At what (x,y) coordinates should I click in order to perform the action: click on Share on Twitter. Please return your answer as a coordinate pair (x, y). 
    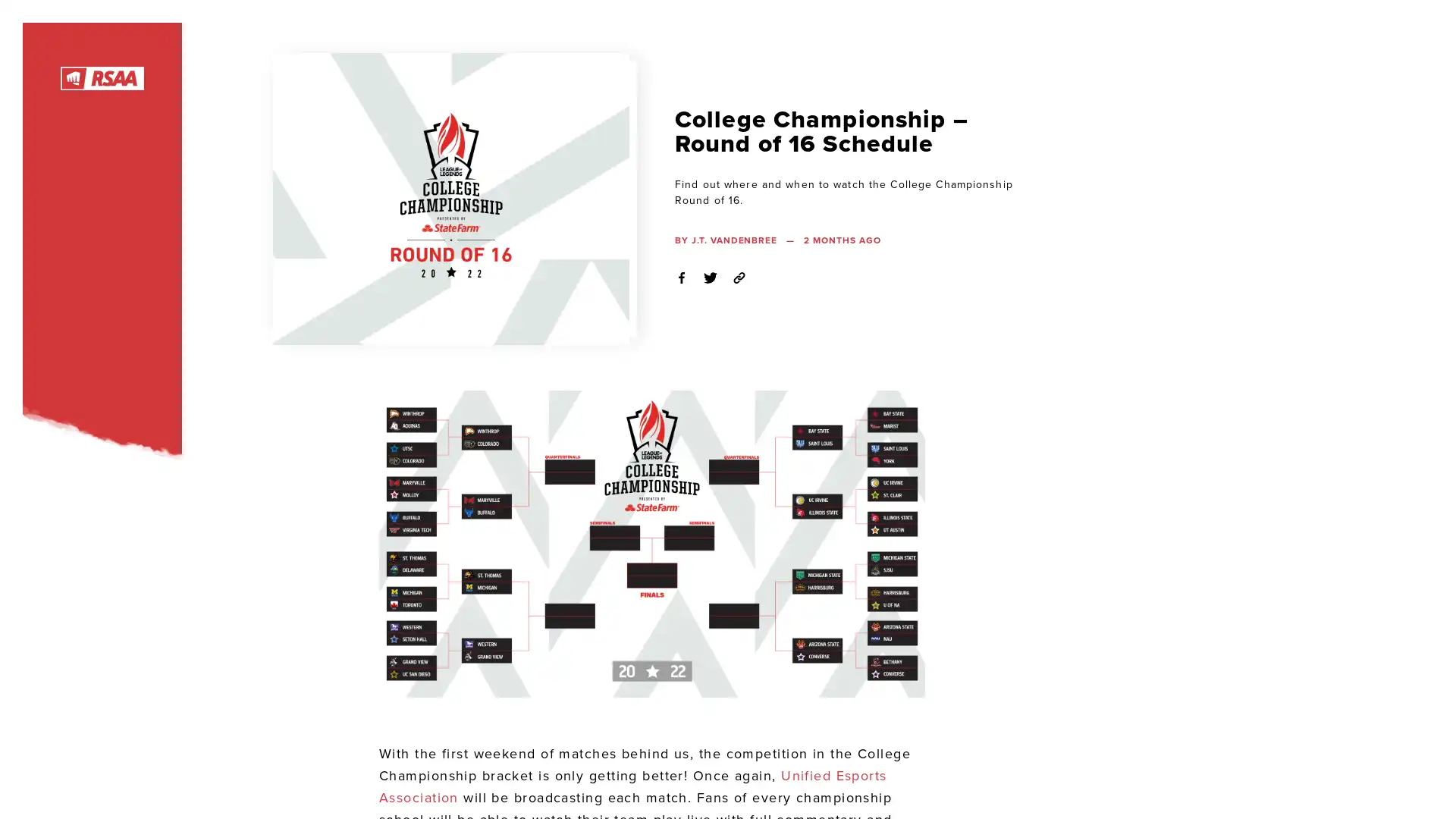
    Looking at the image, I should click on (709, 278).